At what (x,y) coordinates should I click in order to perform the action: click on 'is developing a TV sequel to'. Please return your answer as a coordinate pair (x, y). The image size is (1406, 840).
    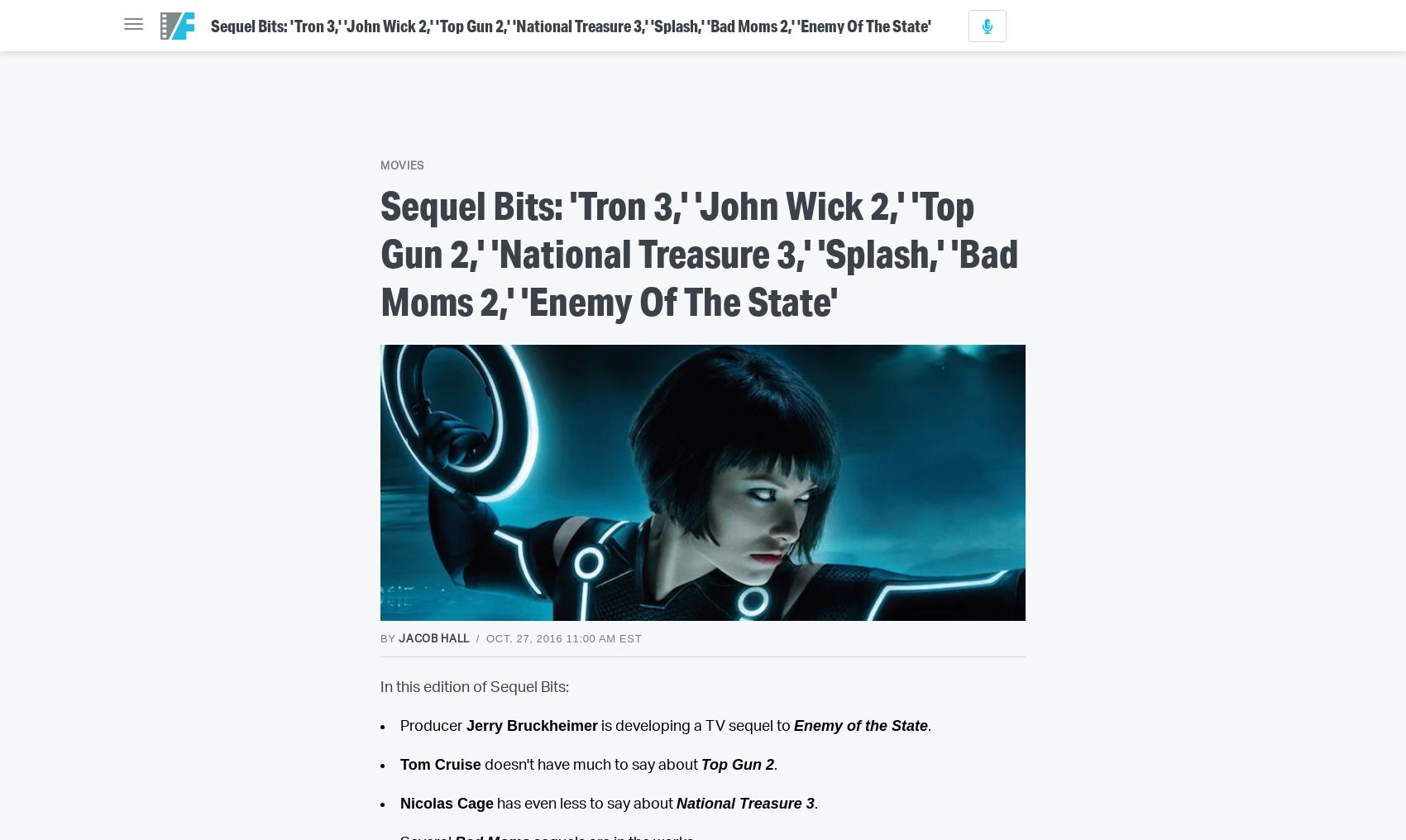
    Looking at the image, I should click on (598, 726).